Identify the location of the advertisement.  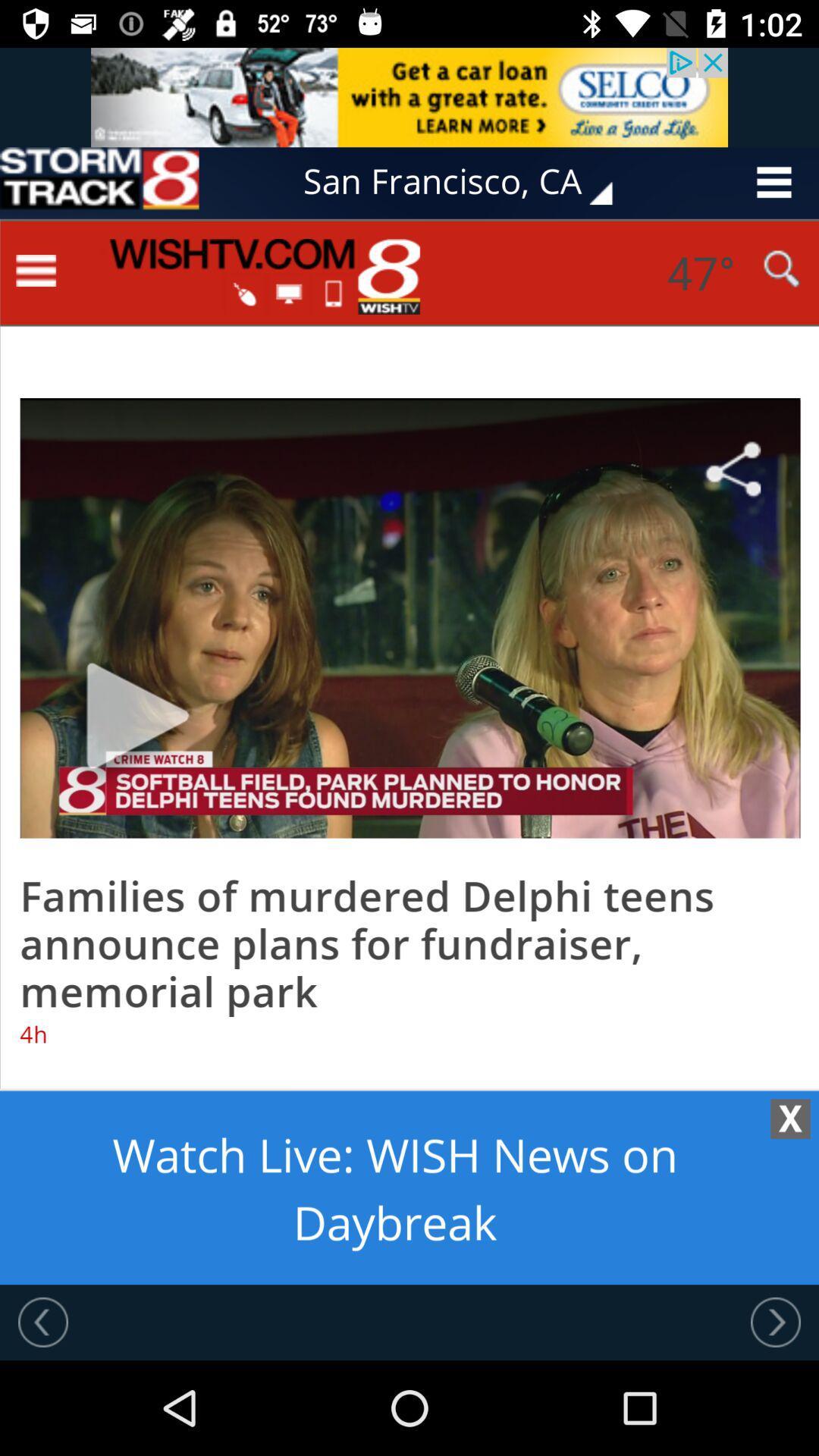
(99, 182).